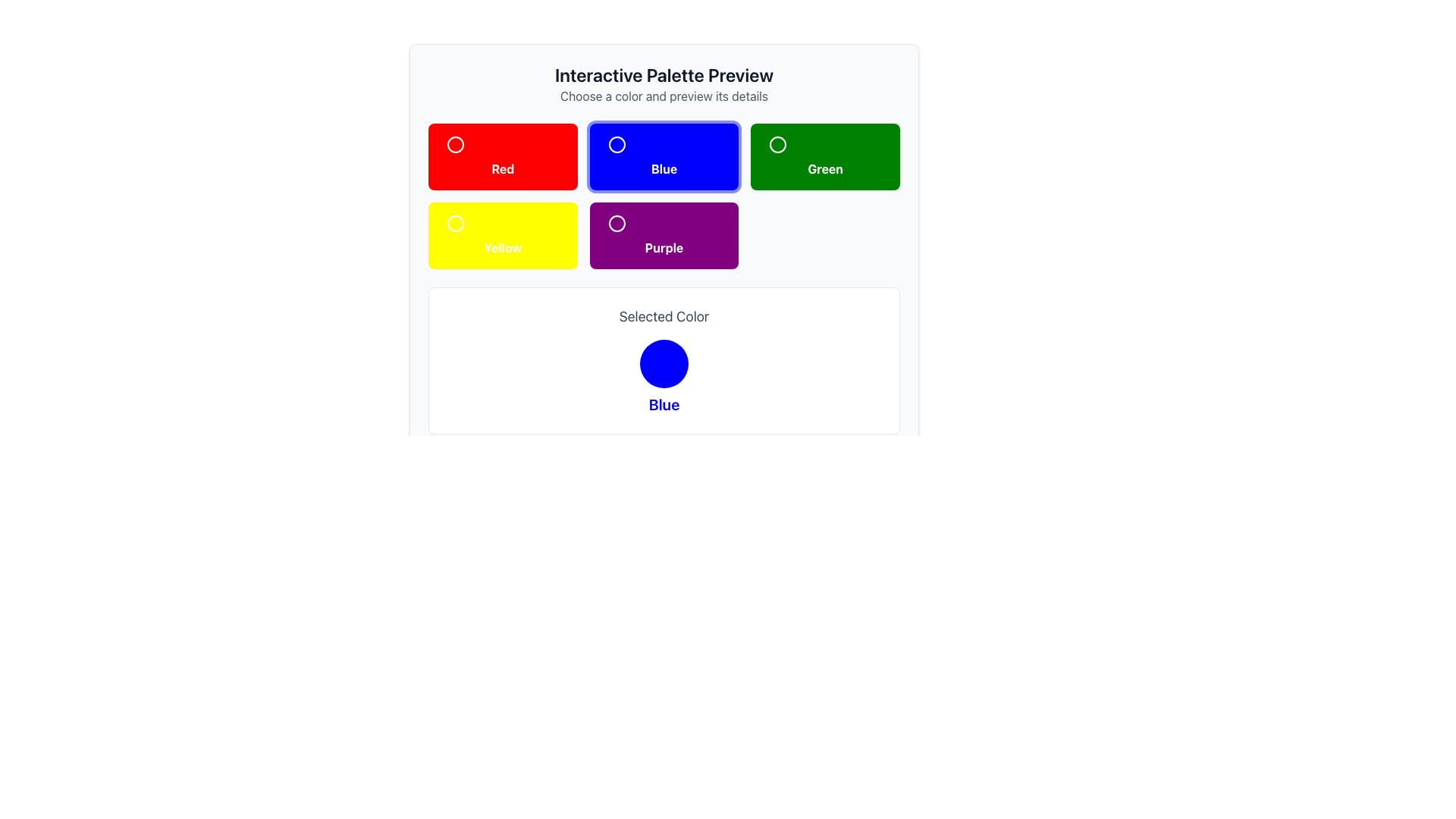 This screenshot has width=1456, height=819. What do you see at coordinates (664, 75) in the screenshot?
I see `the Header Text labeled 'Interactive Palette Preview', which is prominently displayed in bold, large-sized dark gray font at the top of the interface section` at bounding box center [664, 75].